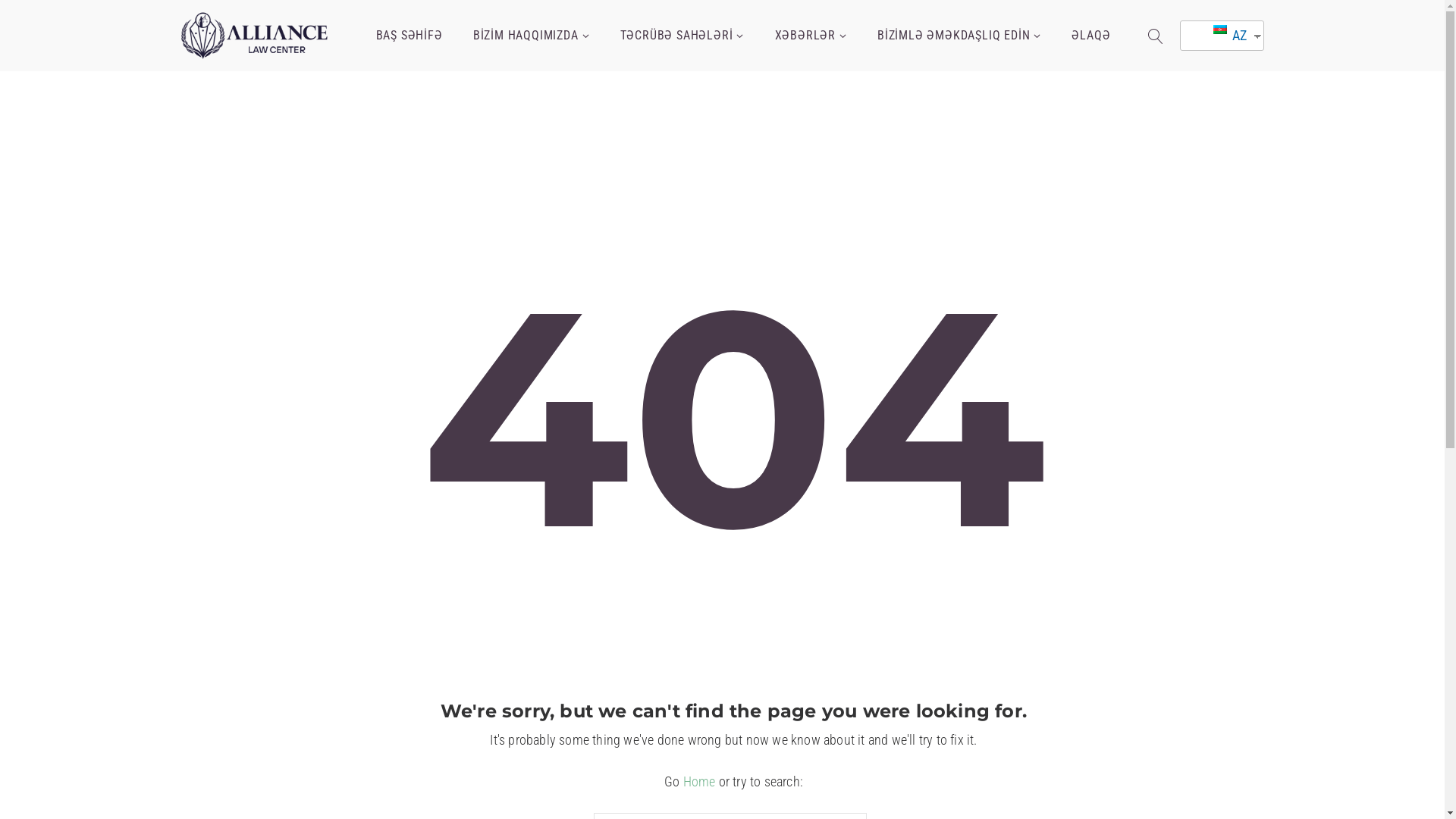 The width and height of the screenshot is (1456, 819). I want to click on 'Azerbaijani', so click(1212, 29).